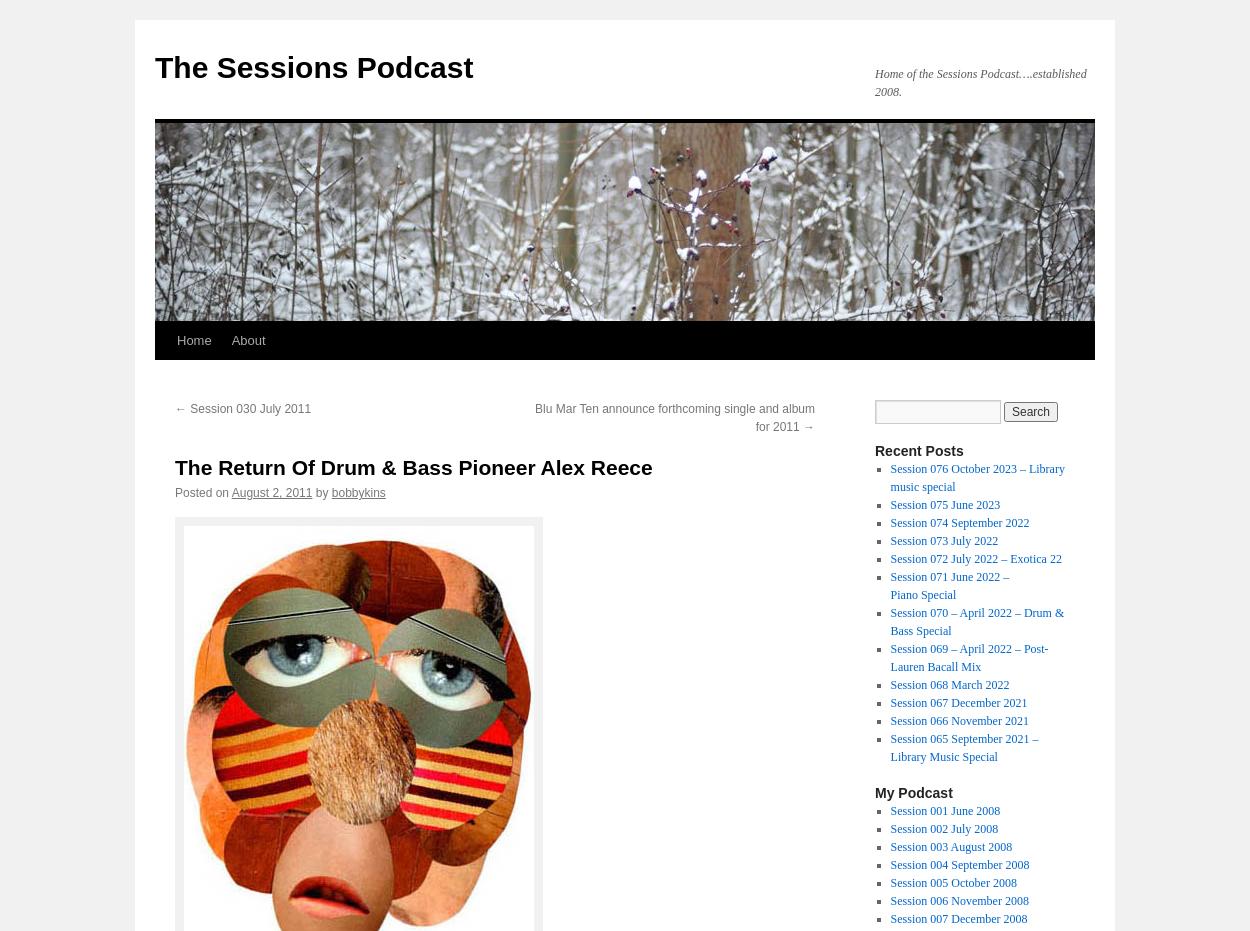 The width and height of the screenshot is (1250, 931). Describe the element at coordinates (943, 540) in the screenshot. I see `'Session 073 July 2022'` at that location.